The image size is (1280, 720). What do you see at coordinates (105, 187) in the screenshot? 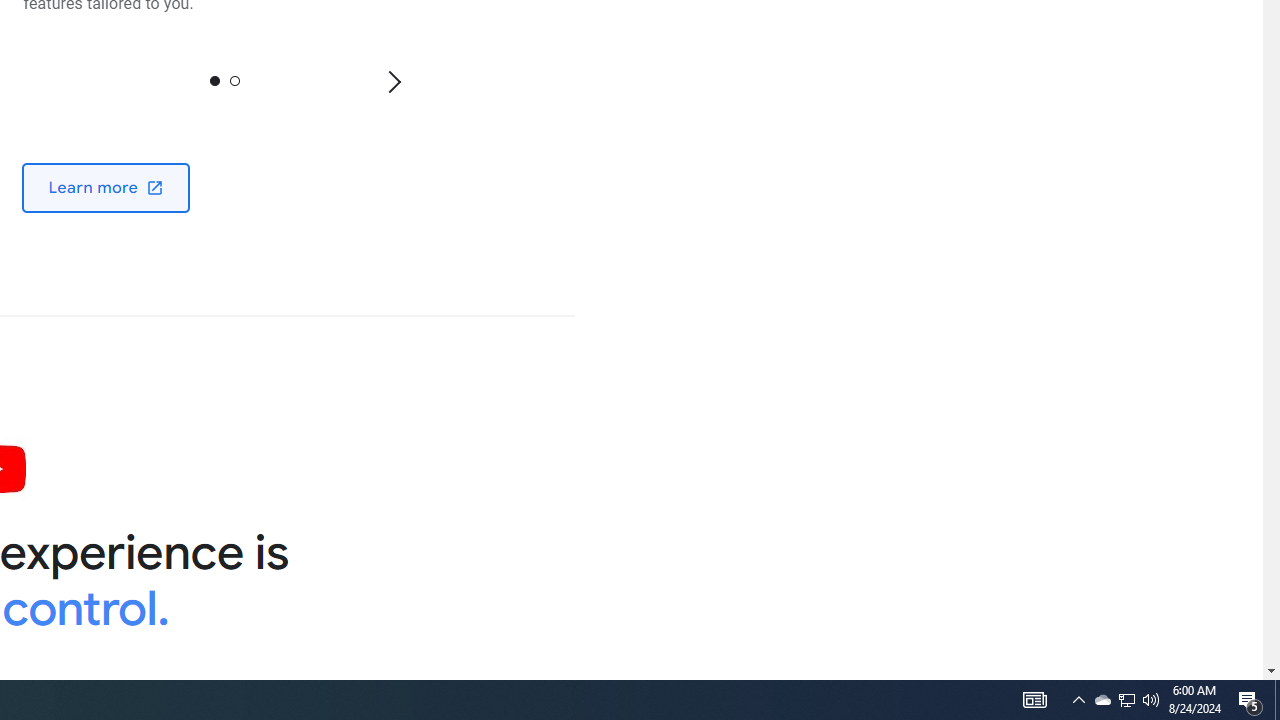
I see `'Learn more about Maps'` at bounding box center [105, 187].